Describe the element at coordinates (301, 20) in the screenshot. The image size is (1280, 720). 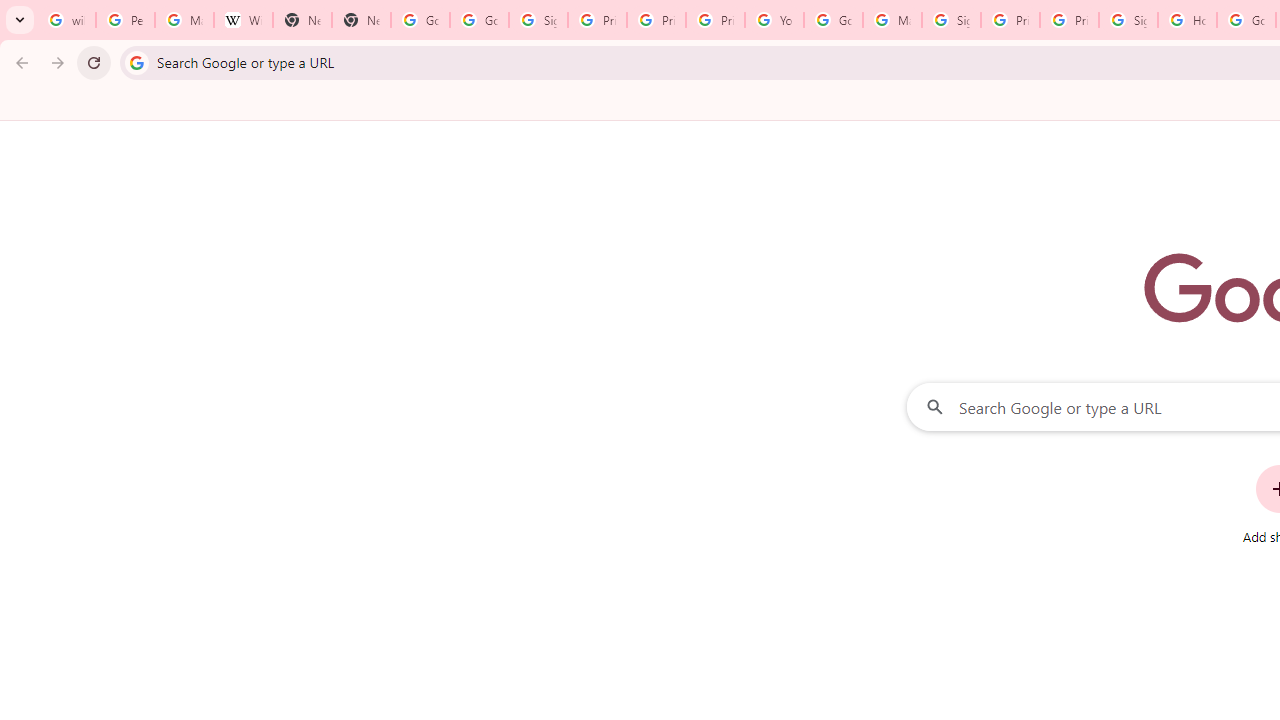
I see `'New Tab'` at that location.